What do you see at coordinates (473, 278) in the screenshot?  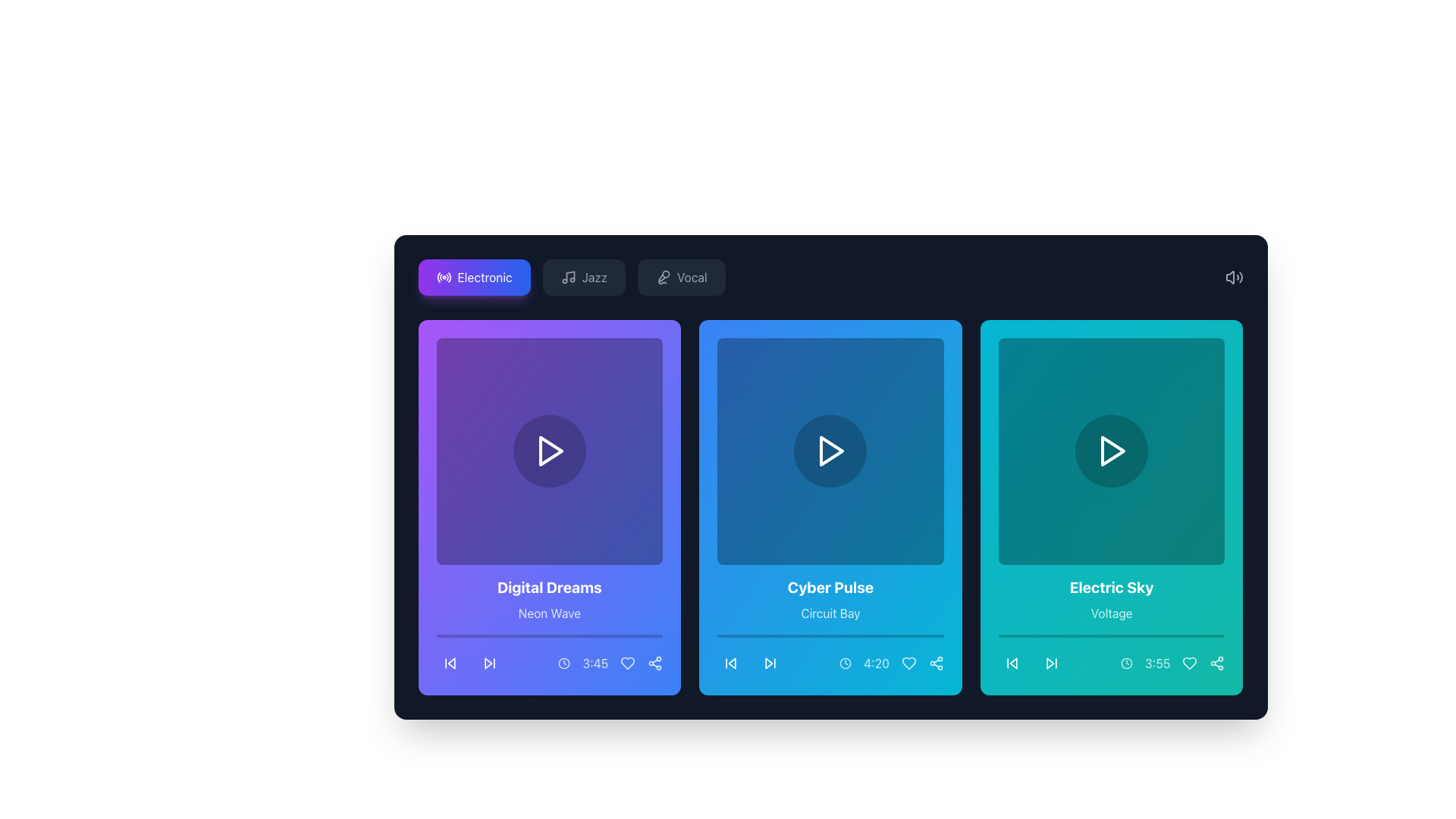 I see `the 'Electronic' button, which is a rectangular button with a gradient background from purple to blue, containing a radio signal icon and the label 'Electronic' in white bold text, located at the top left of the genre options list` at bounding box center [473, 278].